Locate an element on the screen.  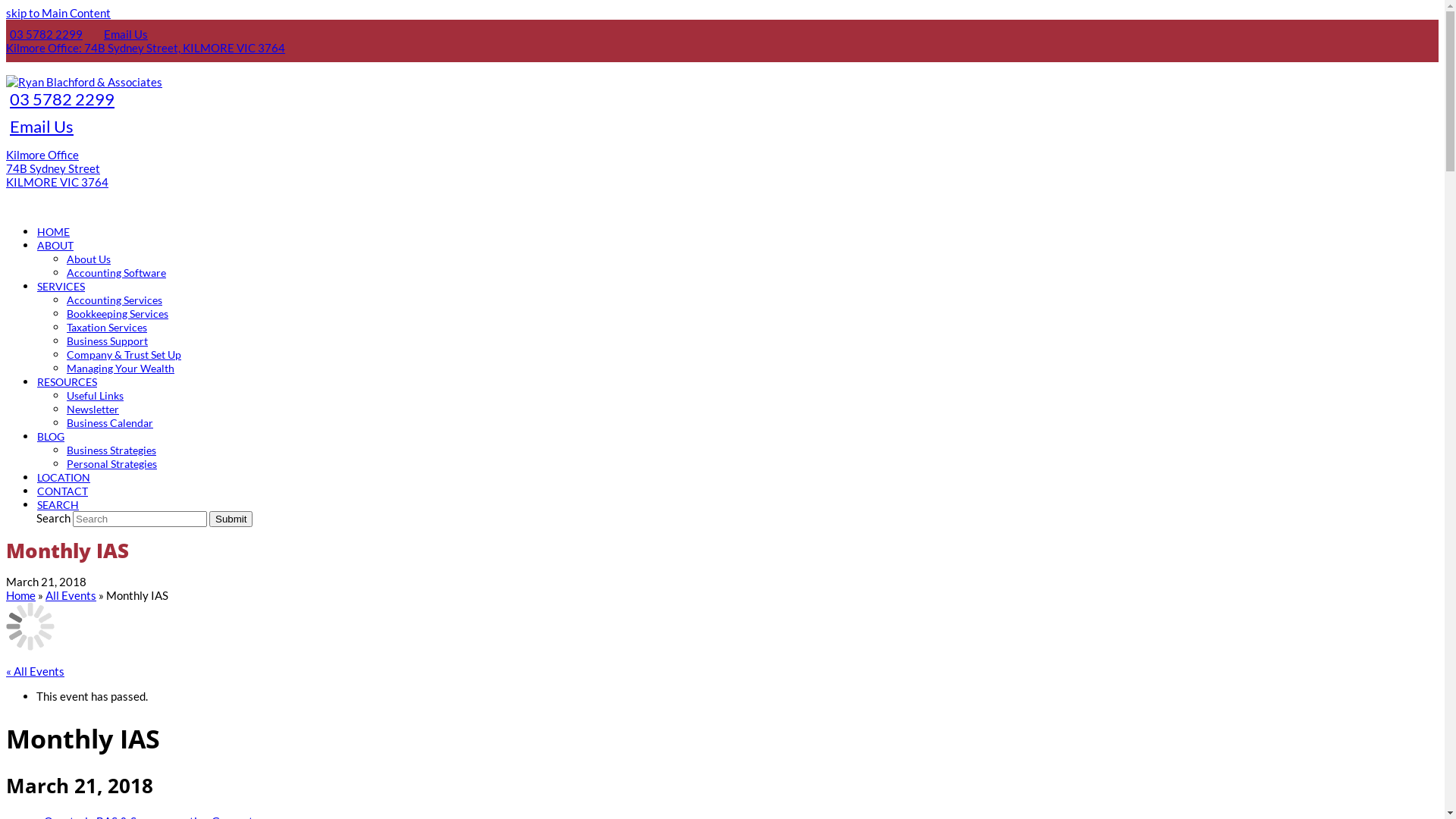
'BLOG' is located at coordinates (51, 435).